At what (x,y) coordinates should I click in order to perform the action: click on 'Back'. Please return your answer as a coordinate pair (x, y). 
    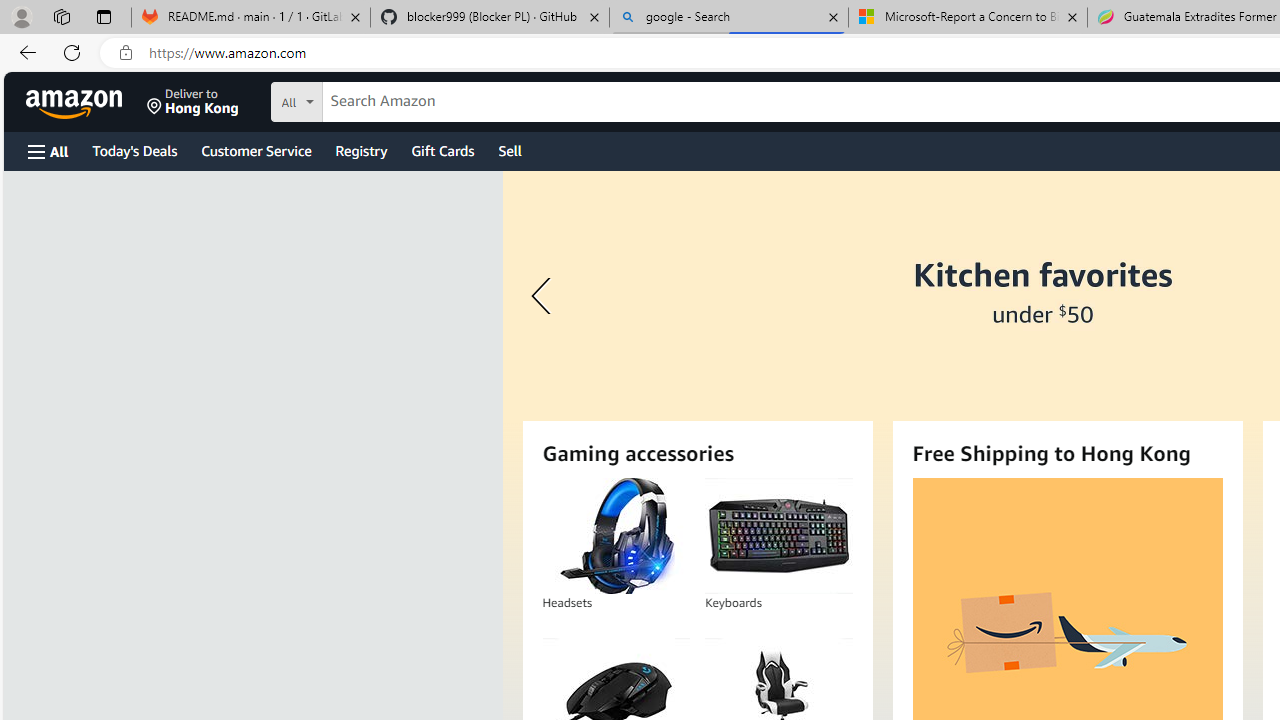
    Looking at the image, I should click on (24, 51).